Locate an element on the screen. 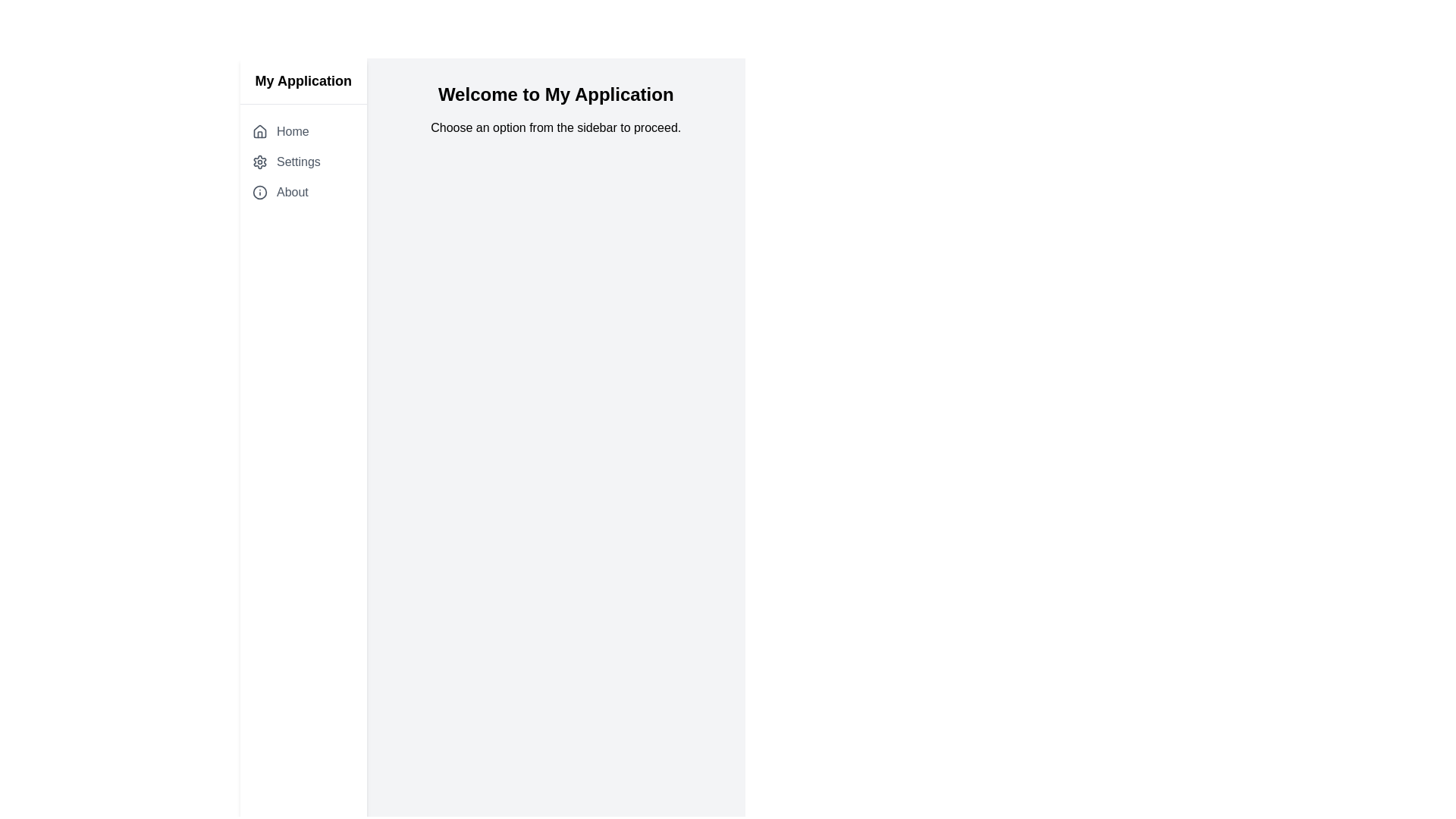 Image resolution: width=1456 pixels, height=819 pixels. the gear icon located in the vertical navigation menu on the left side, which is positioned beneath the 'Home' icon and above the 'About' icon is located at coordinates (259, 162).